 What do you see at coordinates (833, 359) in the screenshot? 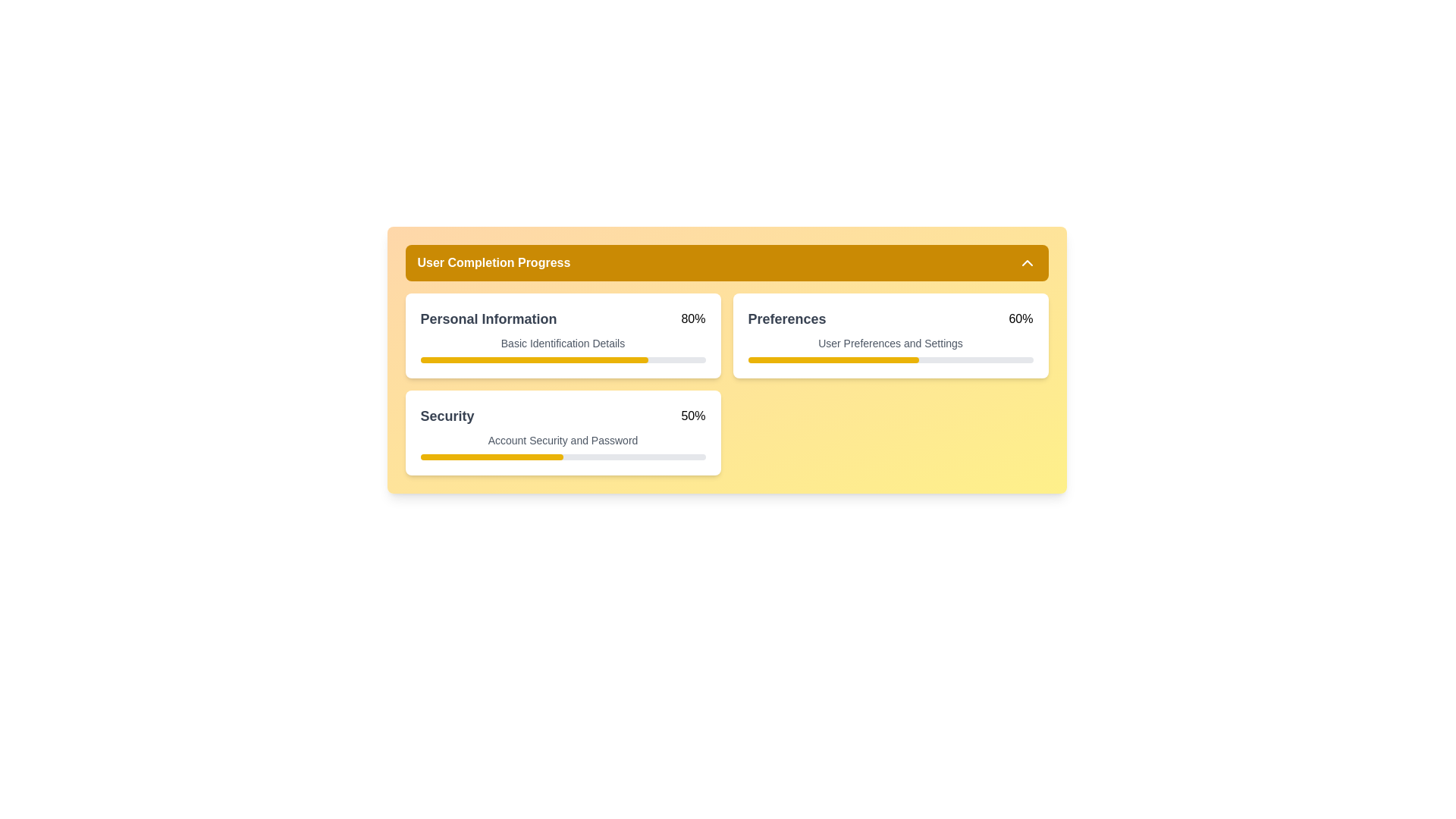
I see `the filled portion of the progress bar indicating that 60% of the task associated with 'Preferences' has been completed` at bounding box center [833, 359].